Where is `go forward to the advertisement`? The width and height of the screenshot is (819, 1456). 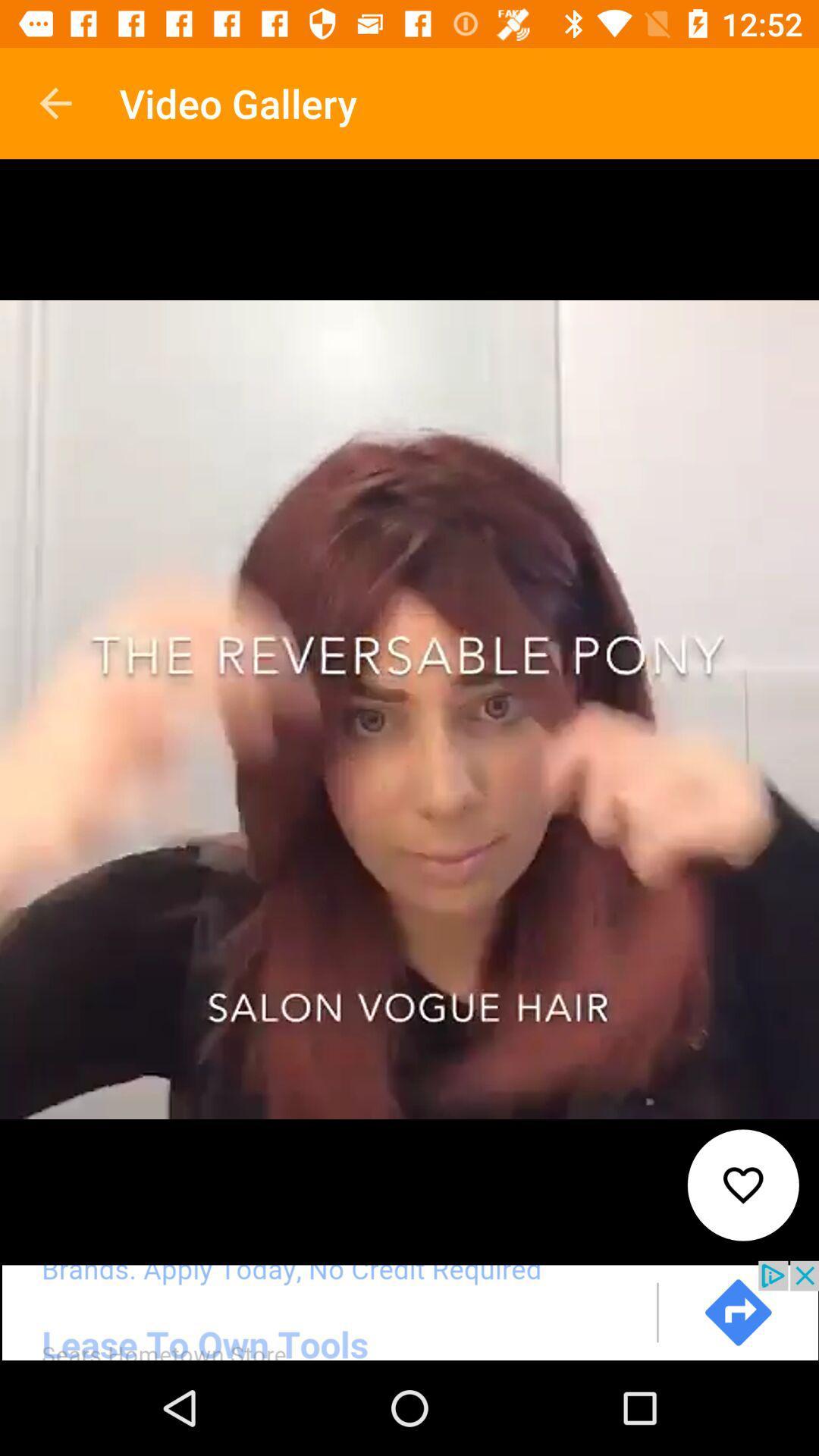
go forward to the advertisement is located at coordinates (409, 1310).